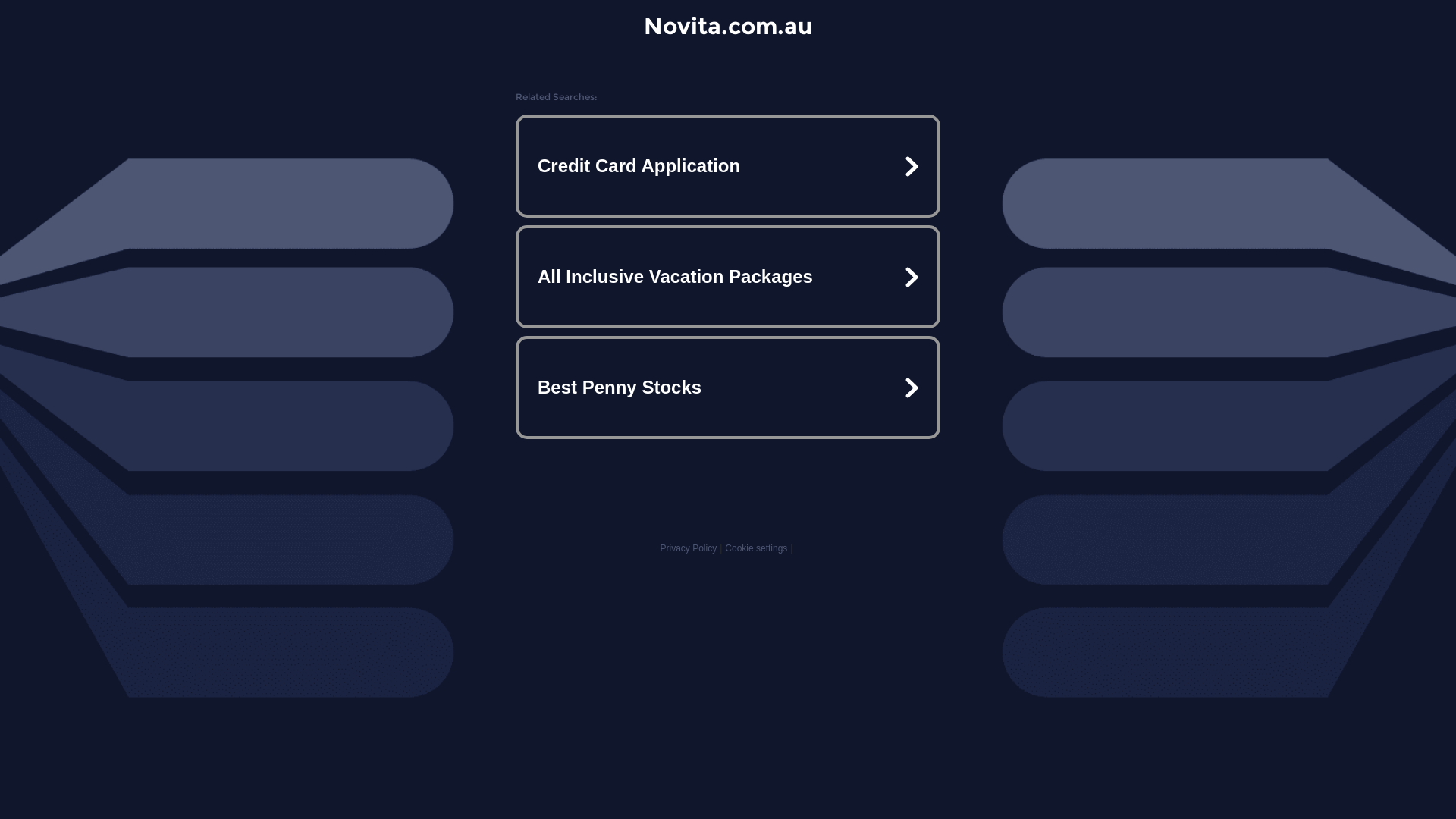  I want to click on 'Privacy Policy', so click(687, 548).